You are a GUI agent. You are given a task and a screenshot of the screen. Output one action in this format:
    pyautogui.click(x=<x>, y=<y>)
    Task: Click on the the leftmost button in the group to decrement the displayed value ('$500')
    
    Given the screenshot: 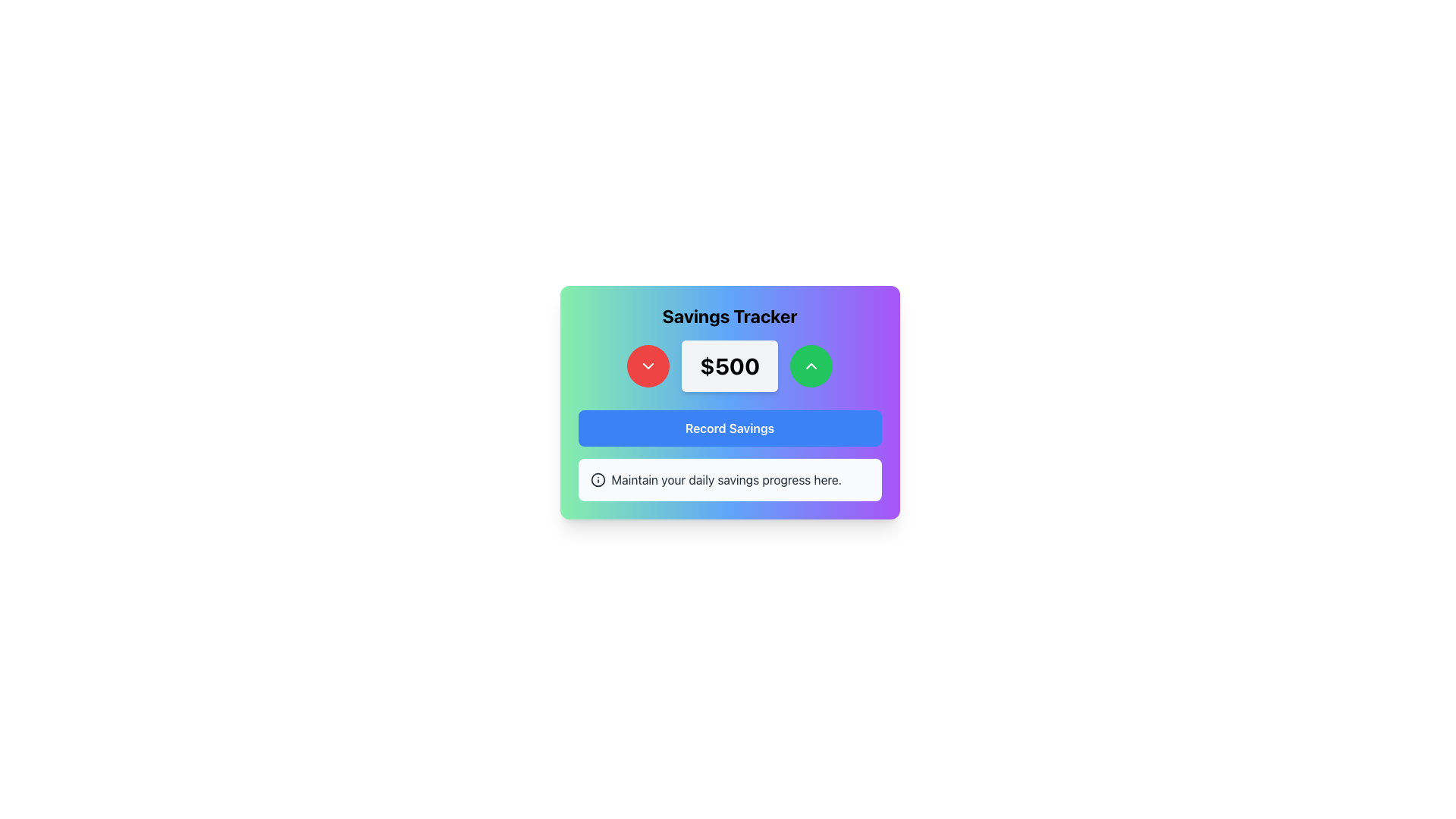 What is the action you would take?
    pyautogui.click(x=648, y=366)
    